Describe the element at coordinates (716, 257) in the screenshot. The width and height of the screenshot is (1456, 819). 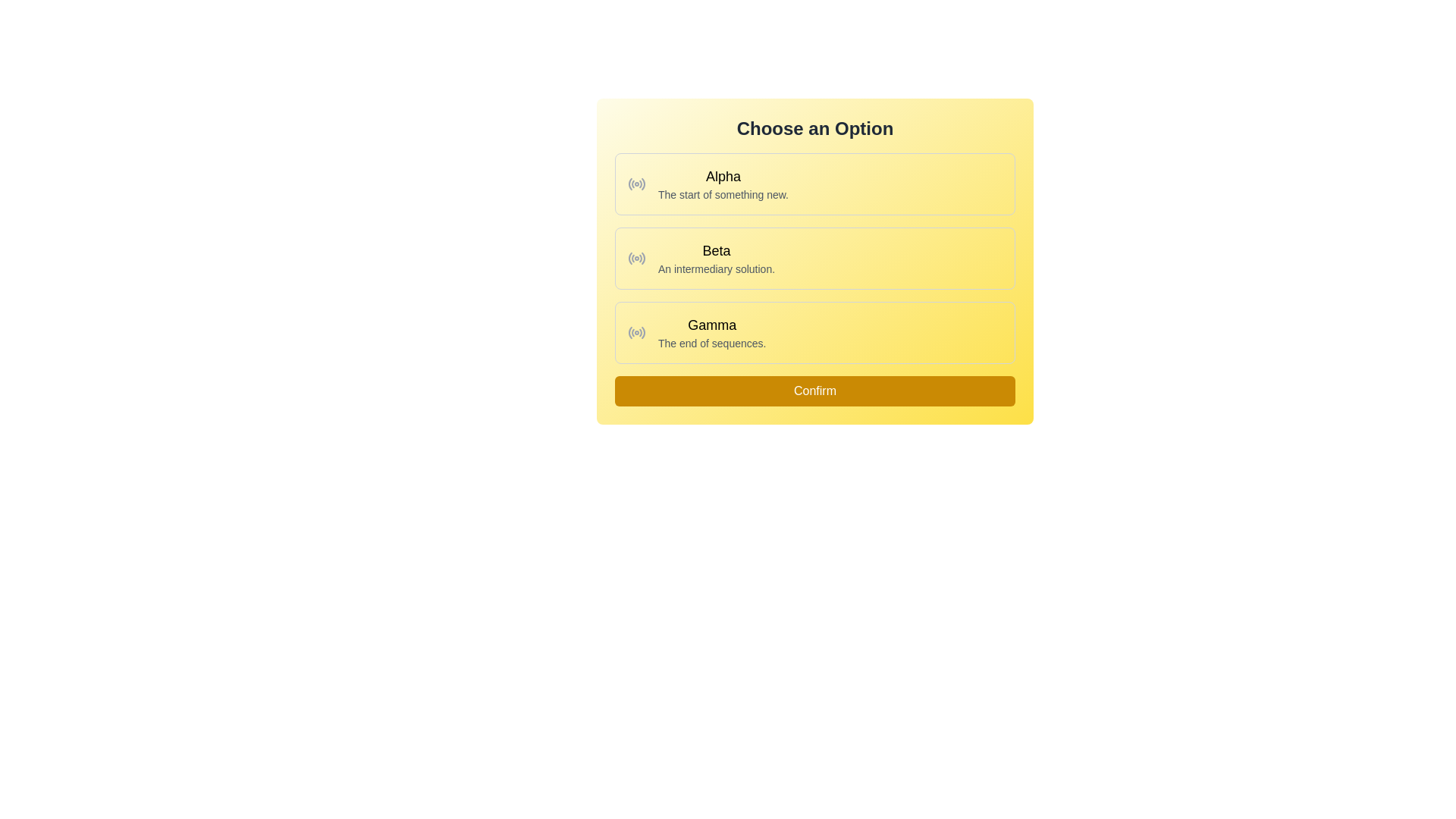
I see `the 'Beta' text label paired option, which features a bold title 'Beta' and a subtitle 'An intermediary solution.' on a yellow background, located in the middle of a vertical stack of options` at that location.